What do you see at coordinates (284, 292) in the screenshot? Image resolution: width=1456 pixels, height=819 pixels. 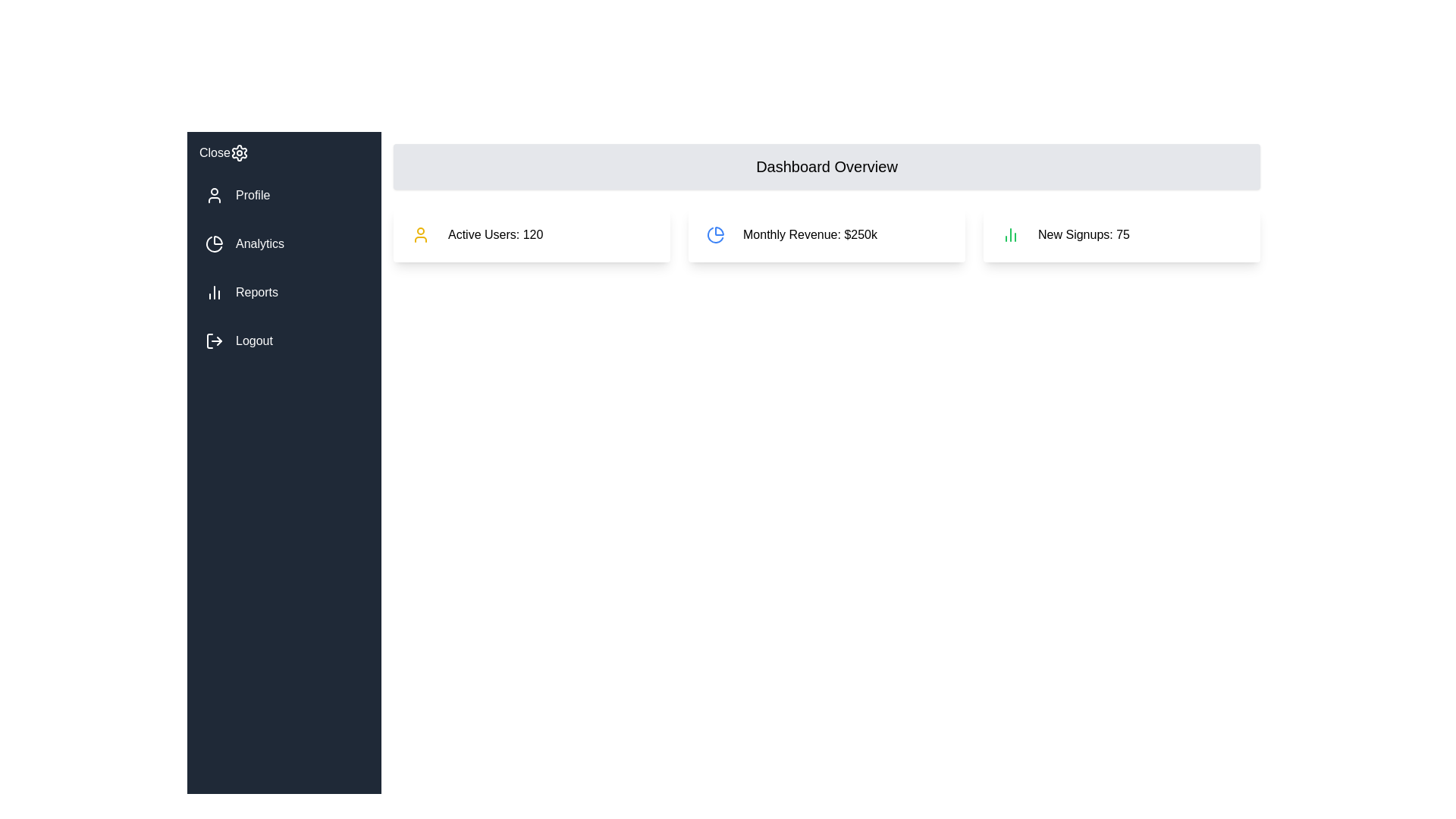 I see `the third list item in the sidebar navigation that links to the 'Reports' section` at bounding box center [284, 292].